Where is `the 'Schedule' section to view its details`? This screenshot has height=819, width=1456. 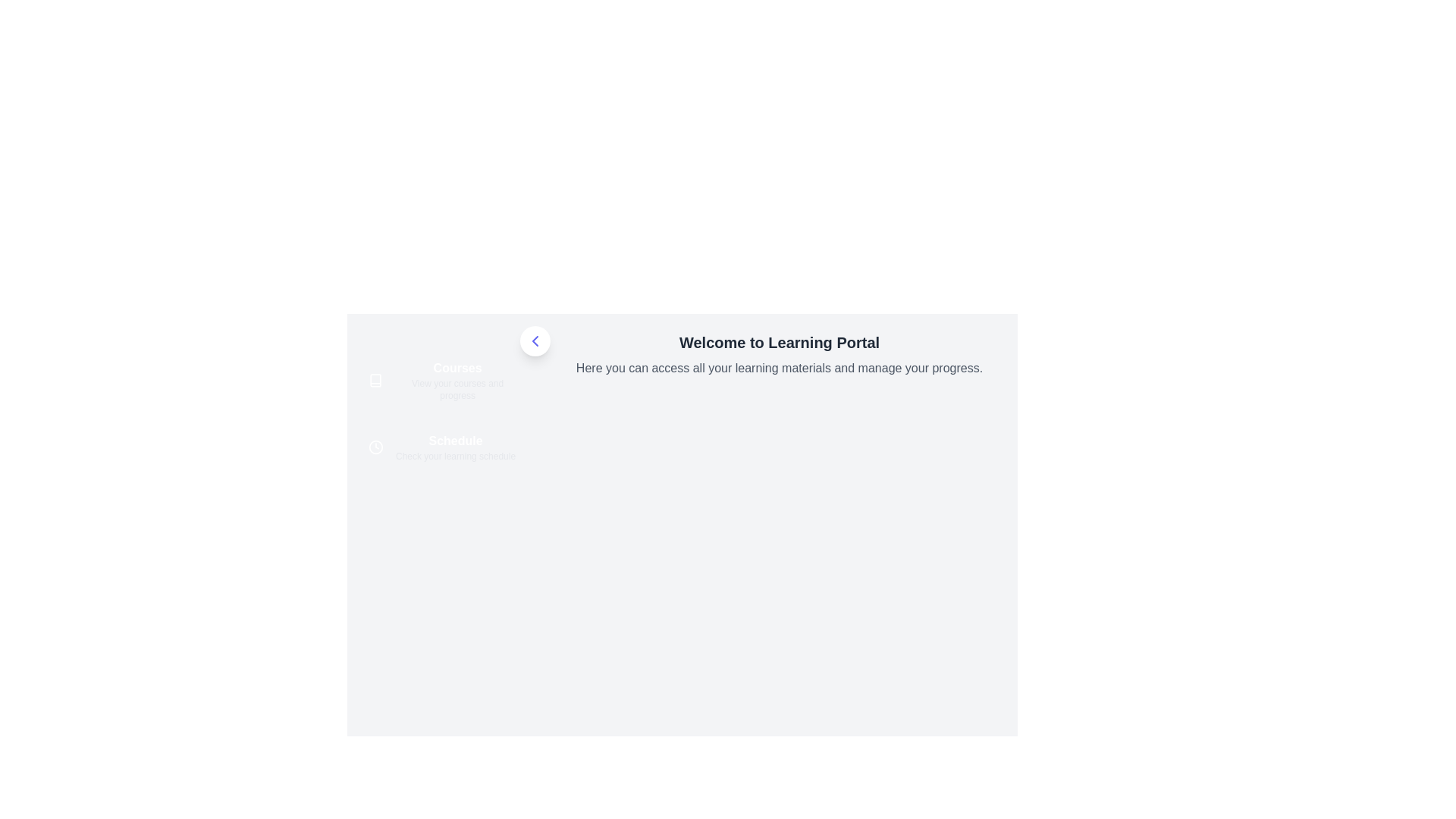 the 'Schedule' section to view its details is located at coordinates (443, 447).